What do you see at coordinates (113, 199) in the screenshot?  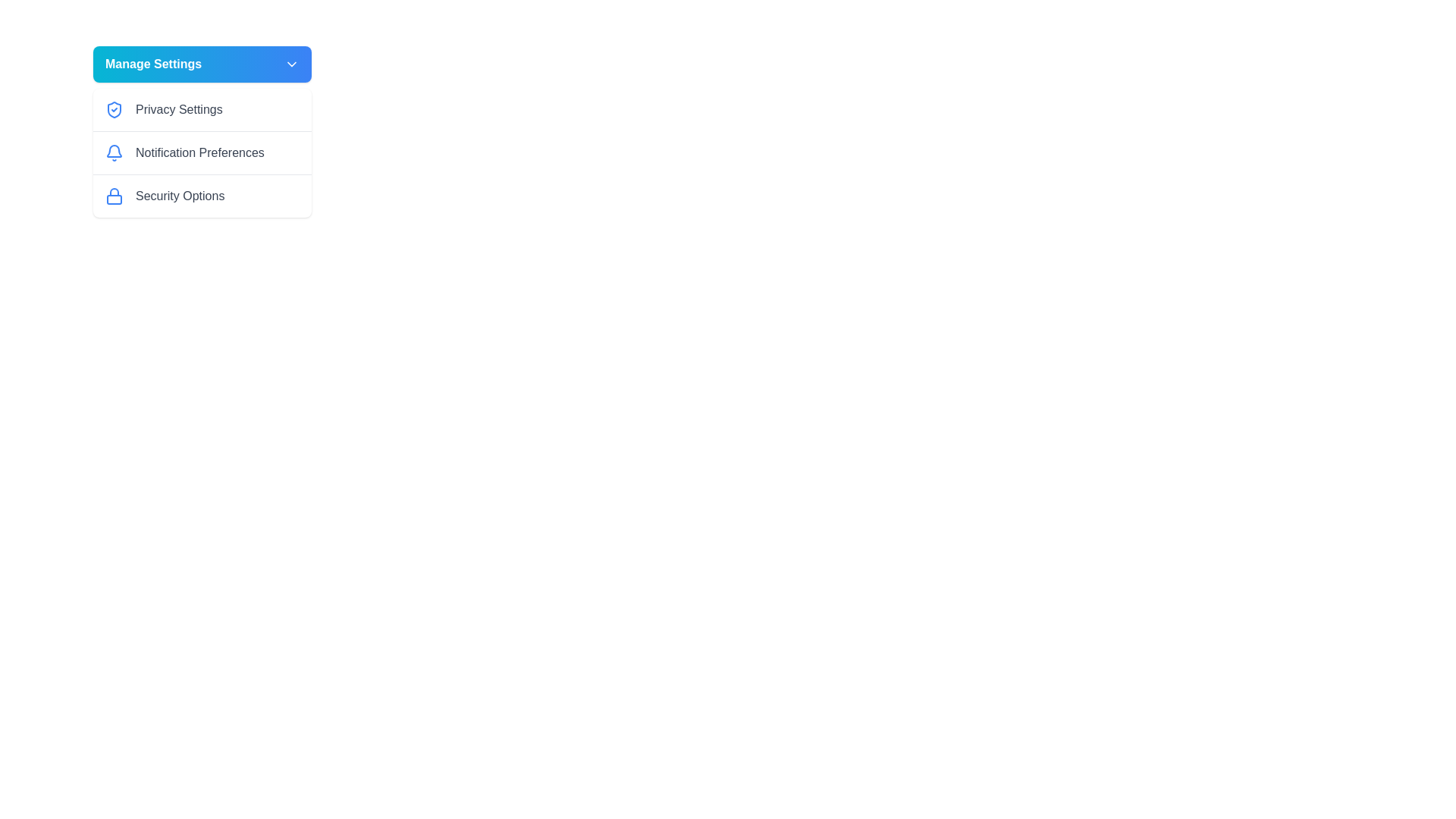 I see `the central part of the lock icon representing 'Security Options' in the 'Manage Settings' dropdown menu` at bounding box center [113, 199].